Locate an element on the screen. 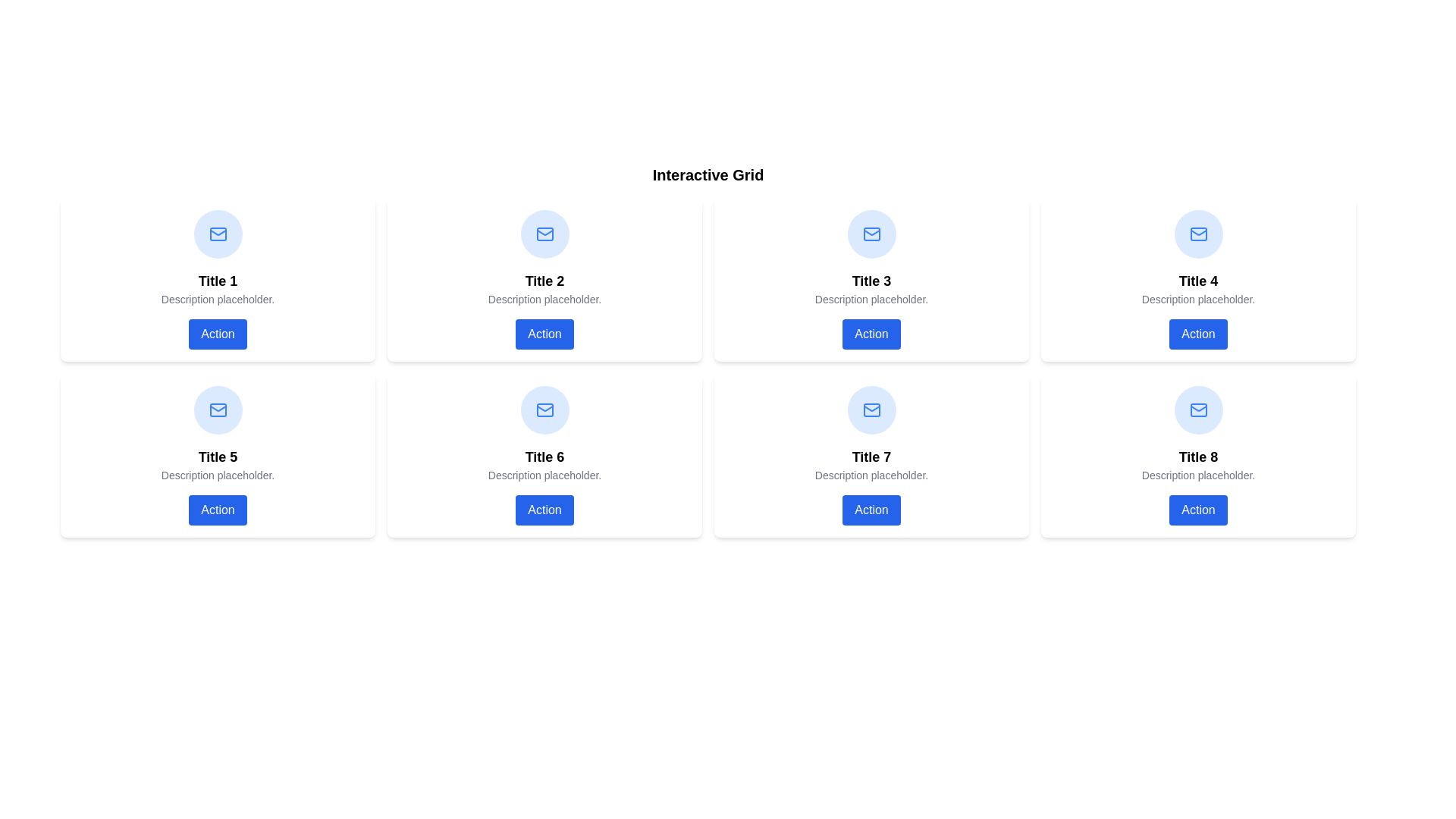  the communication icon located within the highlighted card labeled 'Title 2', which is centered at the top within a circular background is located at coordinates (544, 234).